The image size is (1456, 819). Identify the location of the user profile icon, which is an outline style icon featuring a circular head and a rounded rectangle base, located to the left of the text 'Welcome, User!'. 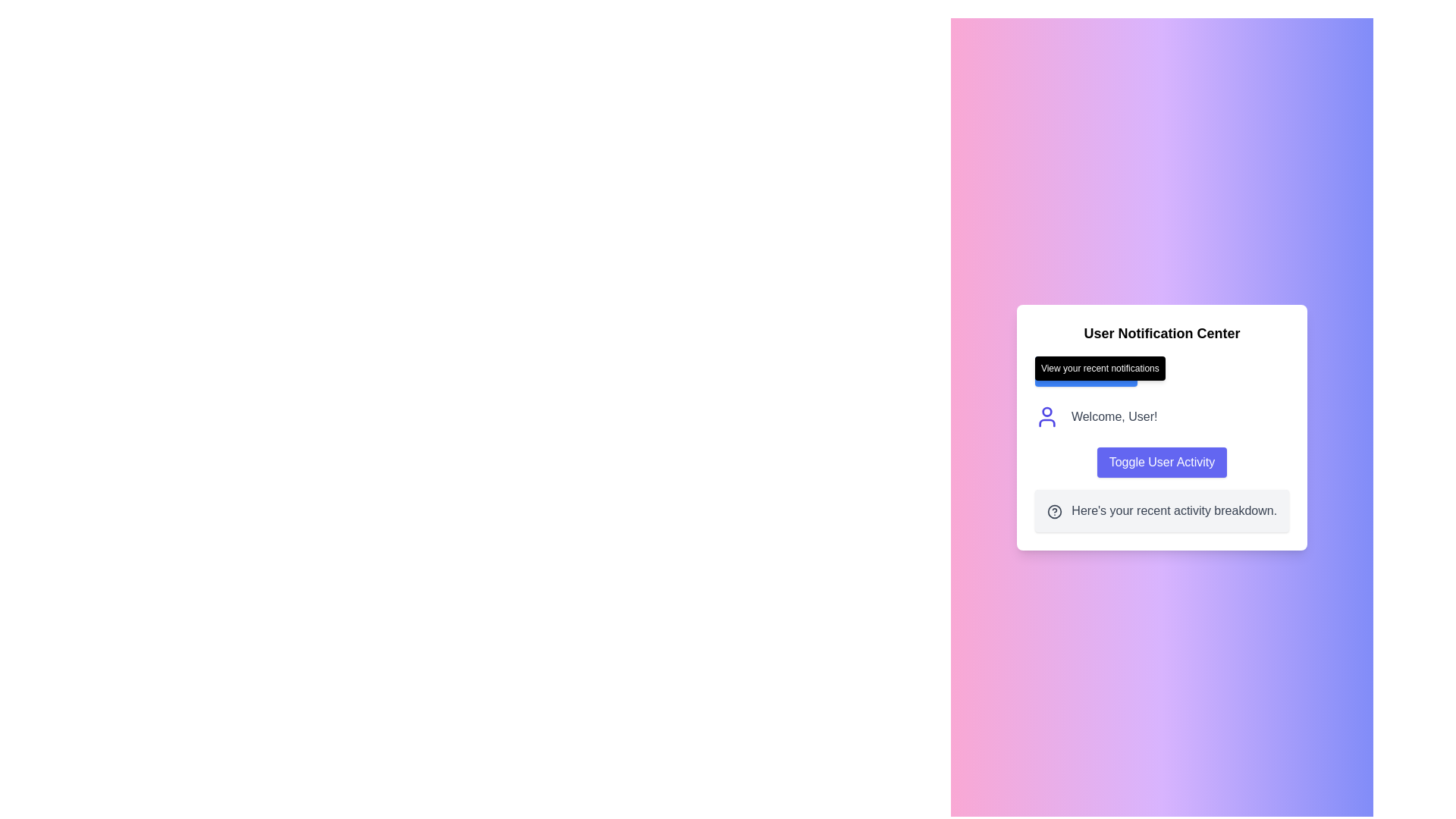
(1046, 417).